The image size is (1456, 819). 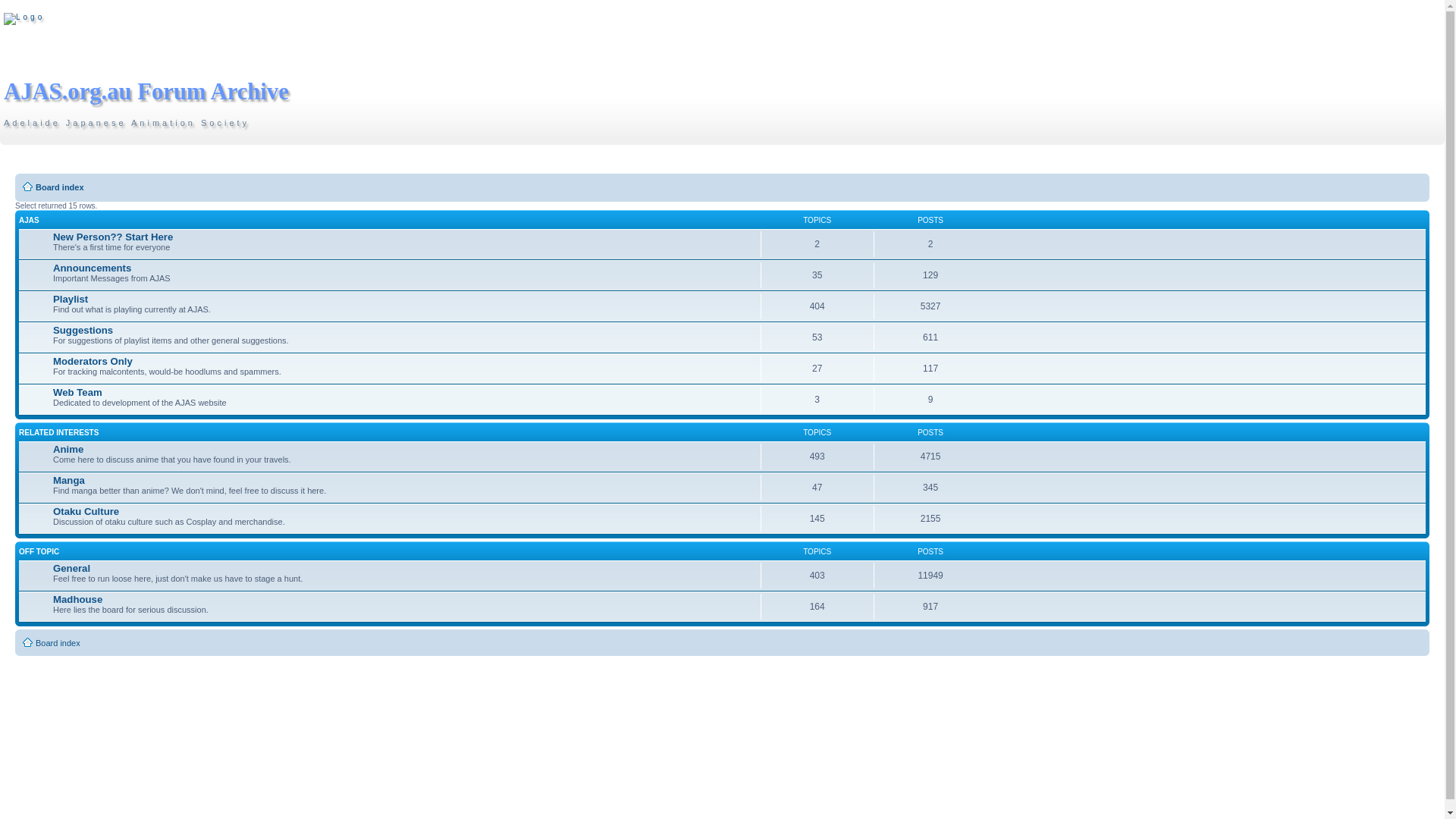 What do you see at coordinates (59, 186) in the screenshot?
I see `'Board index'` at bounding box center [59, 186].